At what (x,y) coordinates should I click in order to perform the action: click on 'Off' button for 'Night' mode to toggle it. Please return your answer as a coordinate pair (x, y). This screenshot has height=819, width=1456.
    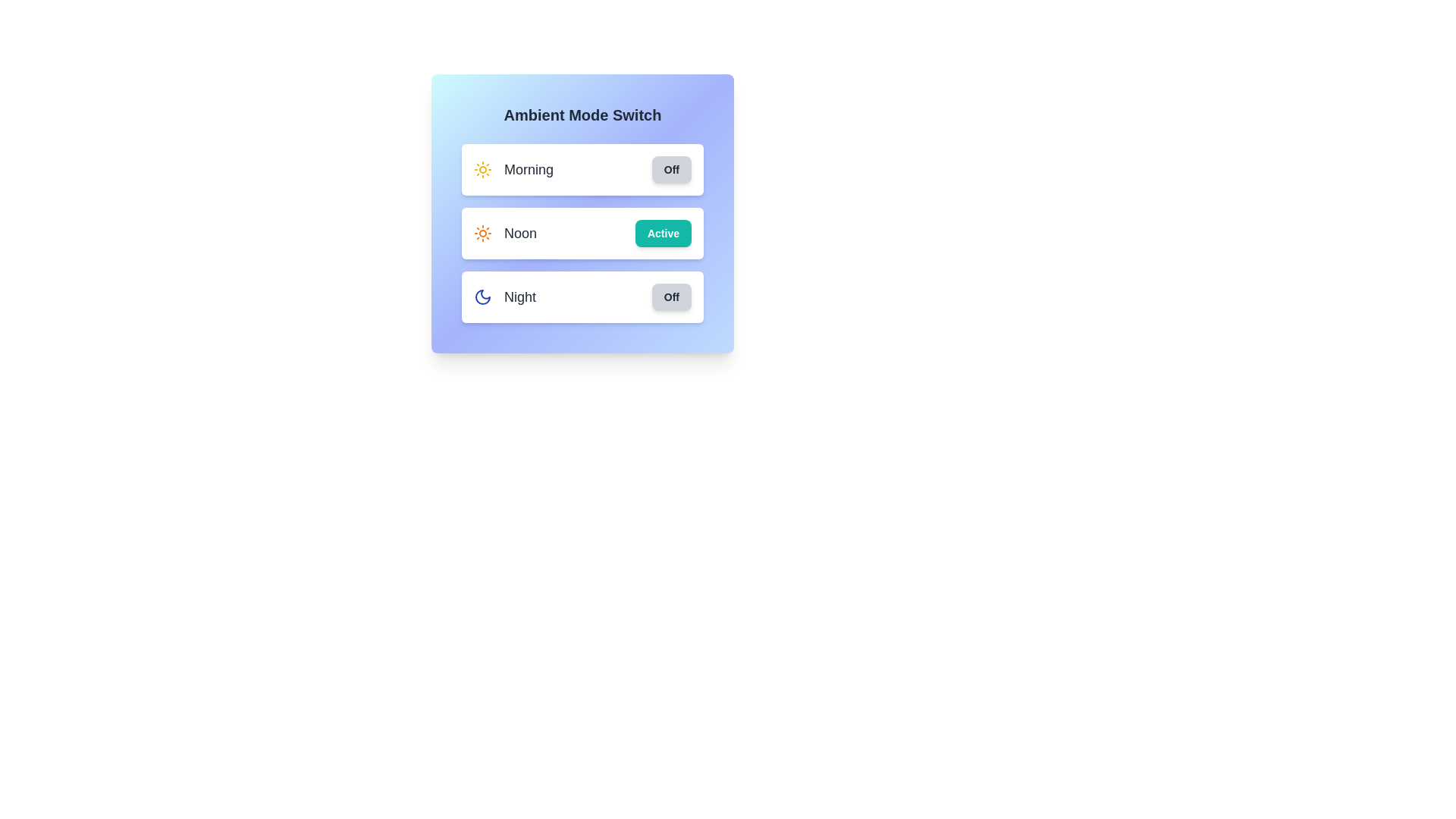
    Looking at the image, I should click on (670, 297).